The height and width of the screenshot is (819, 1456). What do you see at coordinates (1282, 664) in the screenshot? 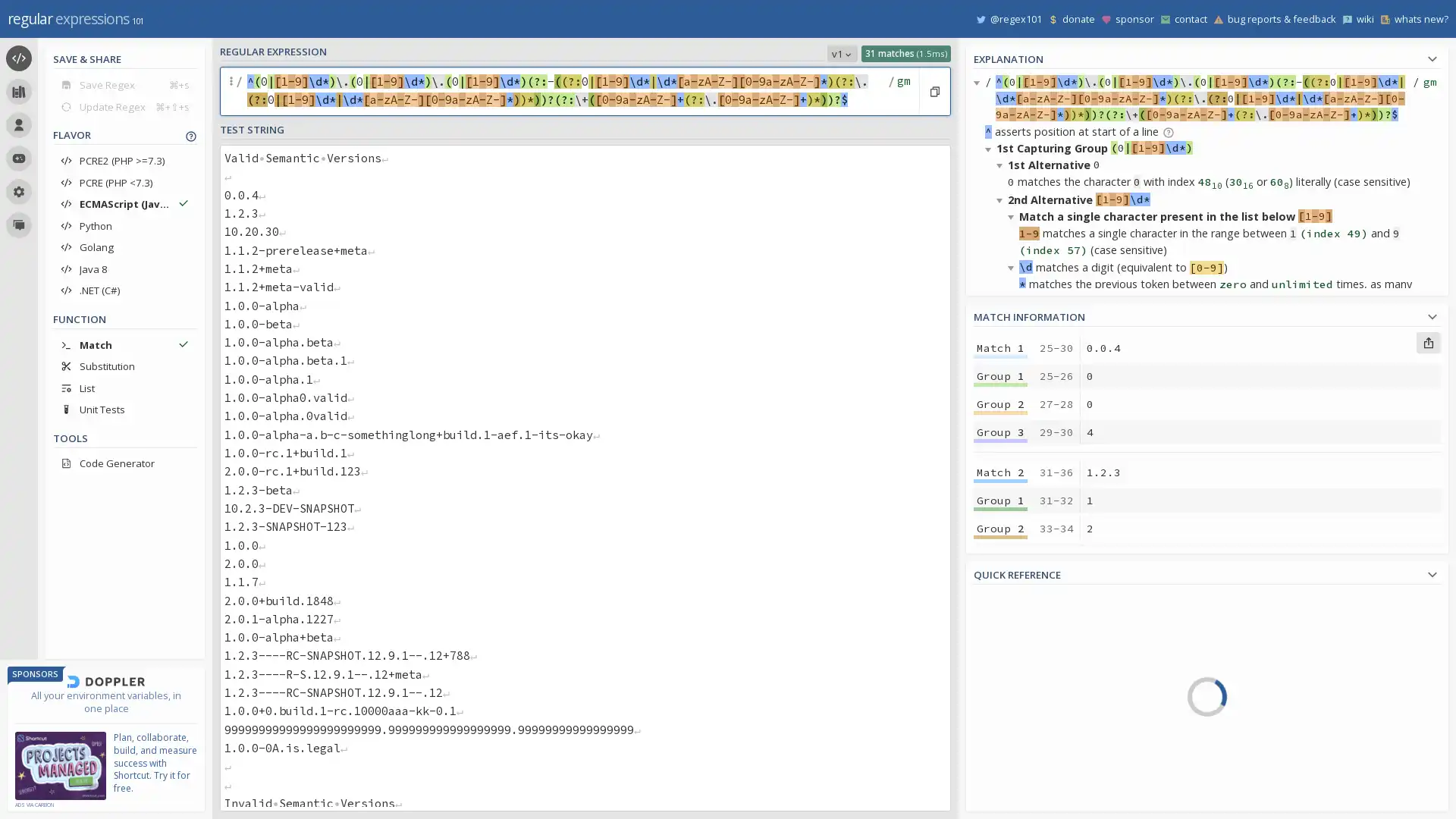
I see `A character not in the range: a-z [^a-z]` at bounding box center [1282, 664].